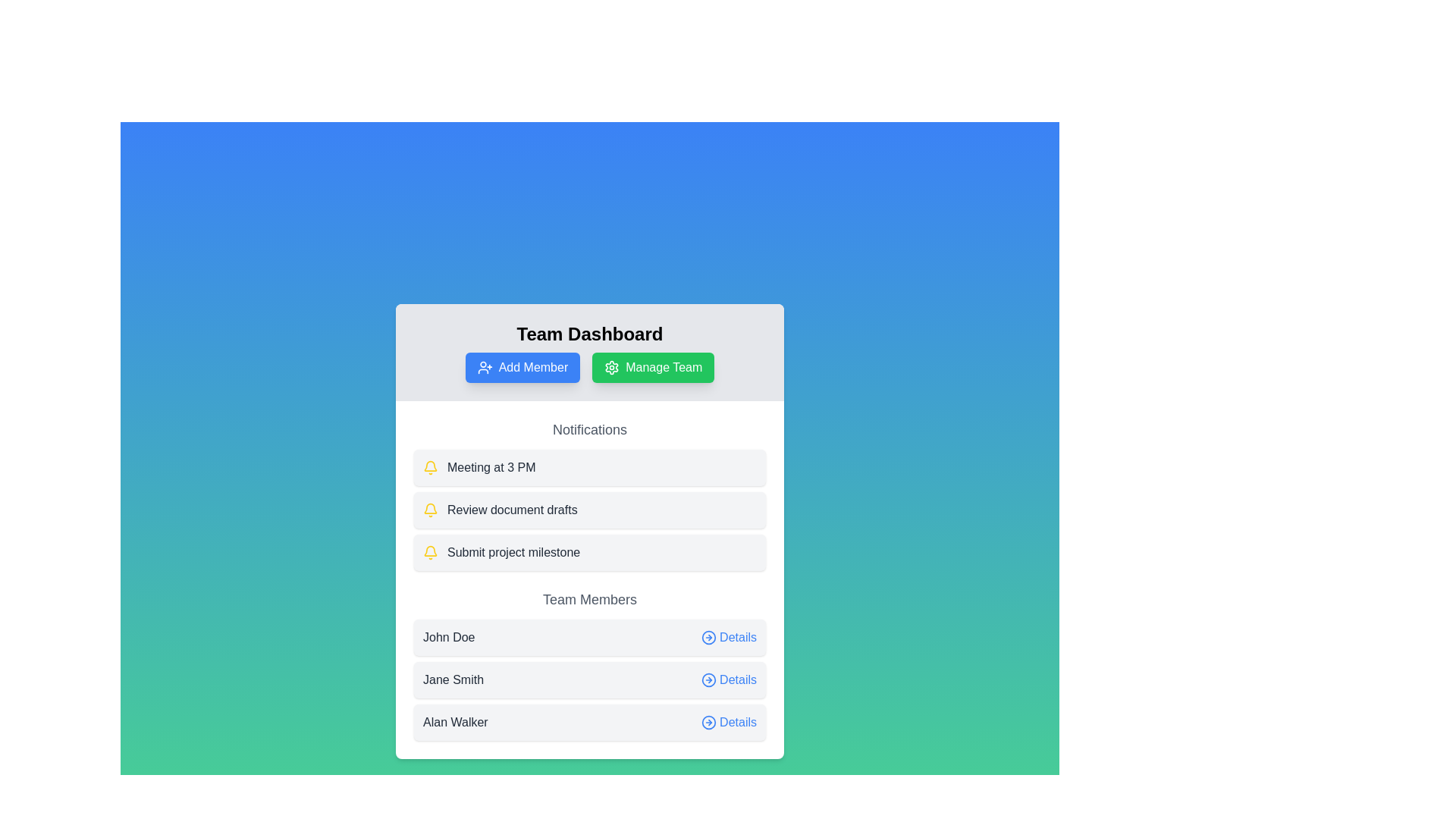 This screenshot has height=819, width=1456. I want to click on informational text label that conveys a notification about a meeting scheduled at 3 PM, located in the first notification card under the 'Notifications' header in the 'Team Dashboard', so click(491, 467).